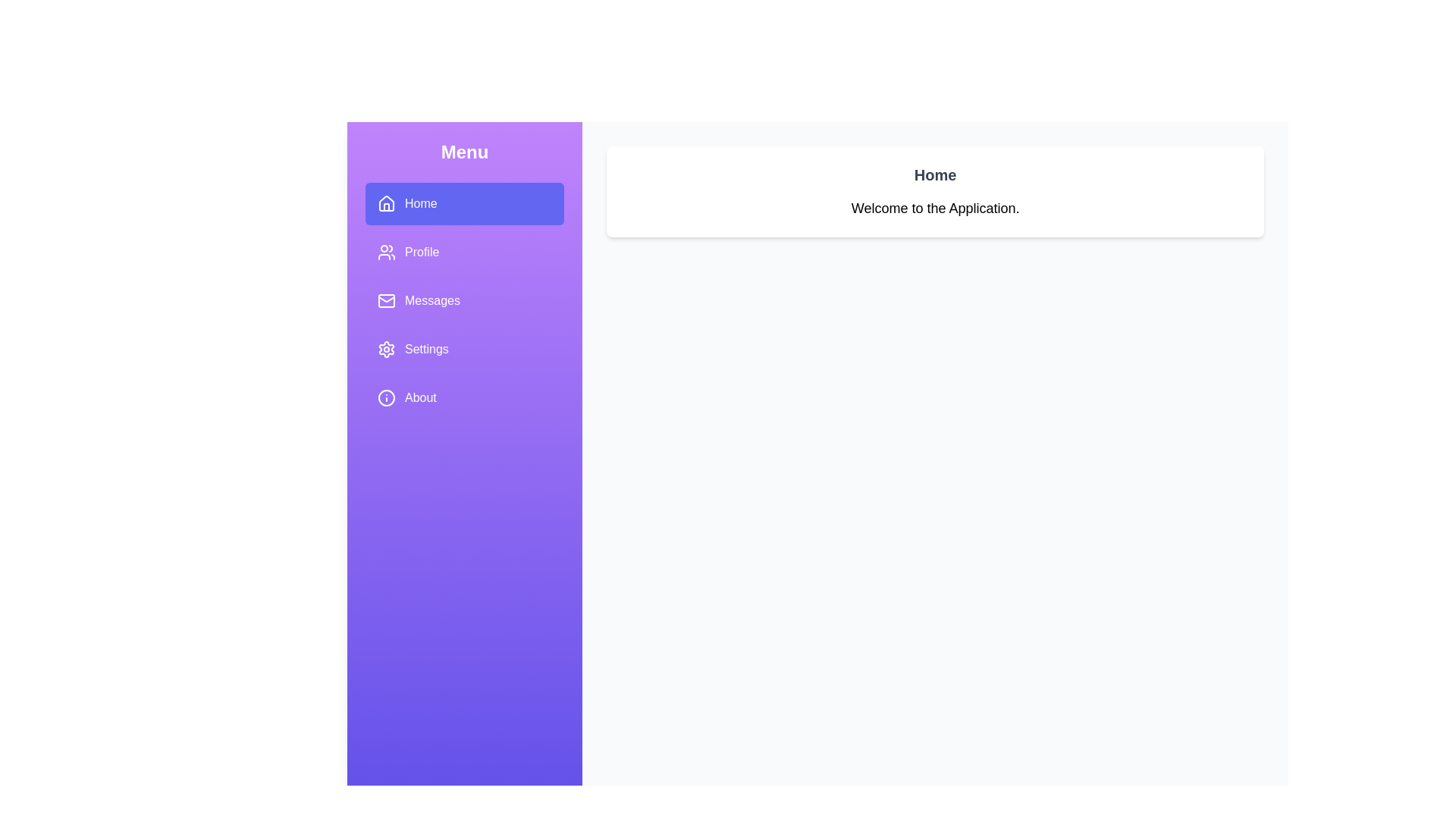 The image size is (1456, 819). Describe the element at coordinates (934, 208) in the screenshot. I see `the Static Text Label displaying 'Welcome to the Application.' which is positioned below the 'Home' label` at that location.